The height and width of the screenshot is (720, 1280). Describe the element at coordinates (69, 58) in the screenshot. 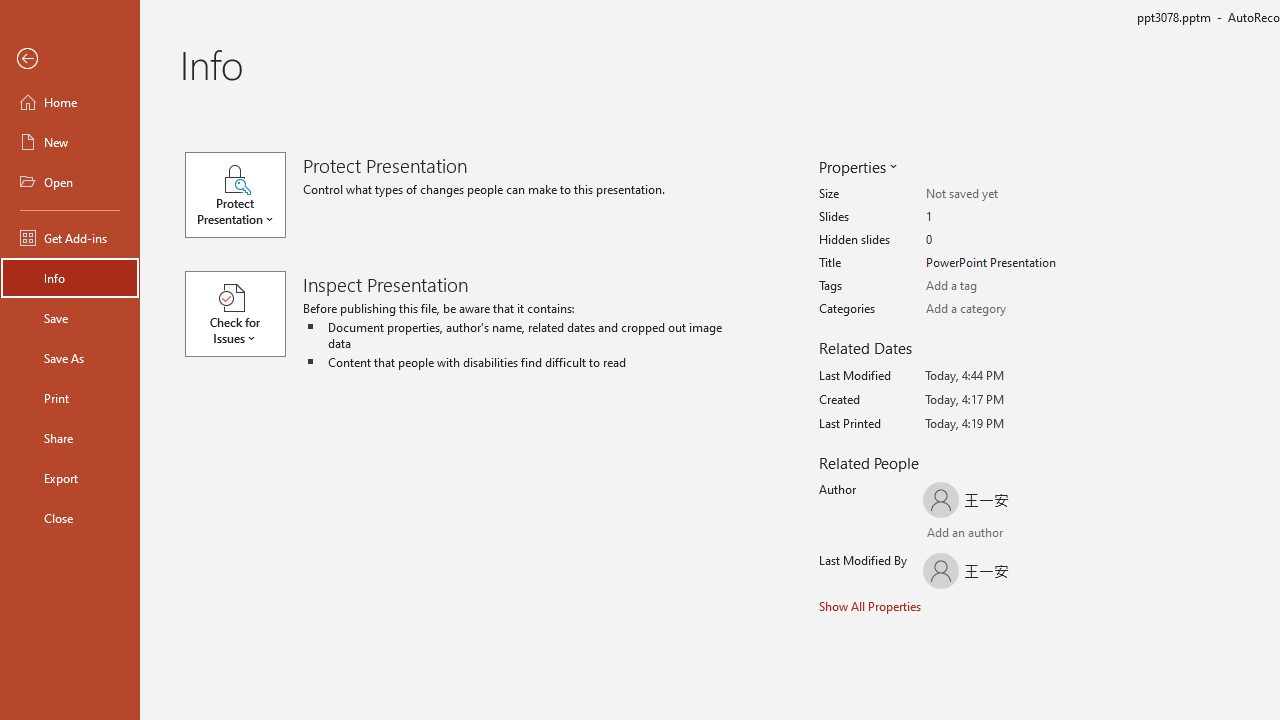

I see `'Back'` at that location.